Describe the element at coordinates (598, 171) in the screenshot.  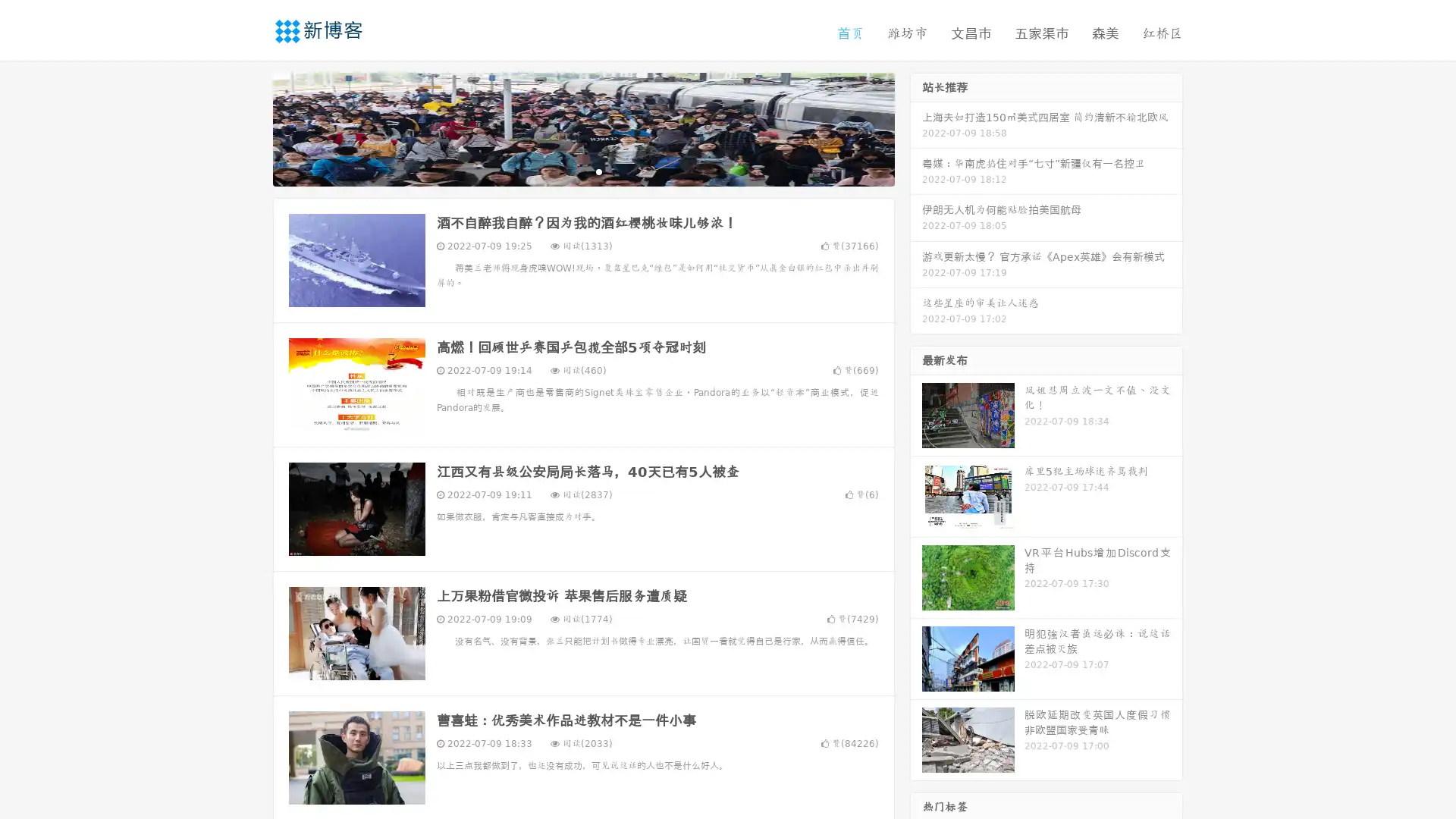
I see `Go to slide 3` at that location.